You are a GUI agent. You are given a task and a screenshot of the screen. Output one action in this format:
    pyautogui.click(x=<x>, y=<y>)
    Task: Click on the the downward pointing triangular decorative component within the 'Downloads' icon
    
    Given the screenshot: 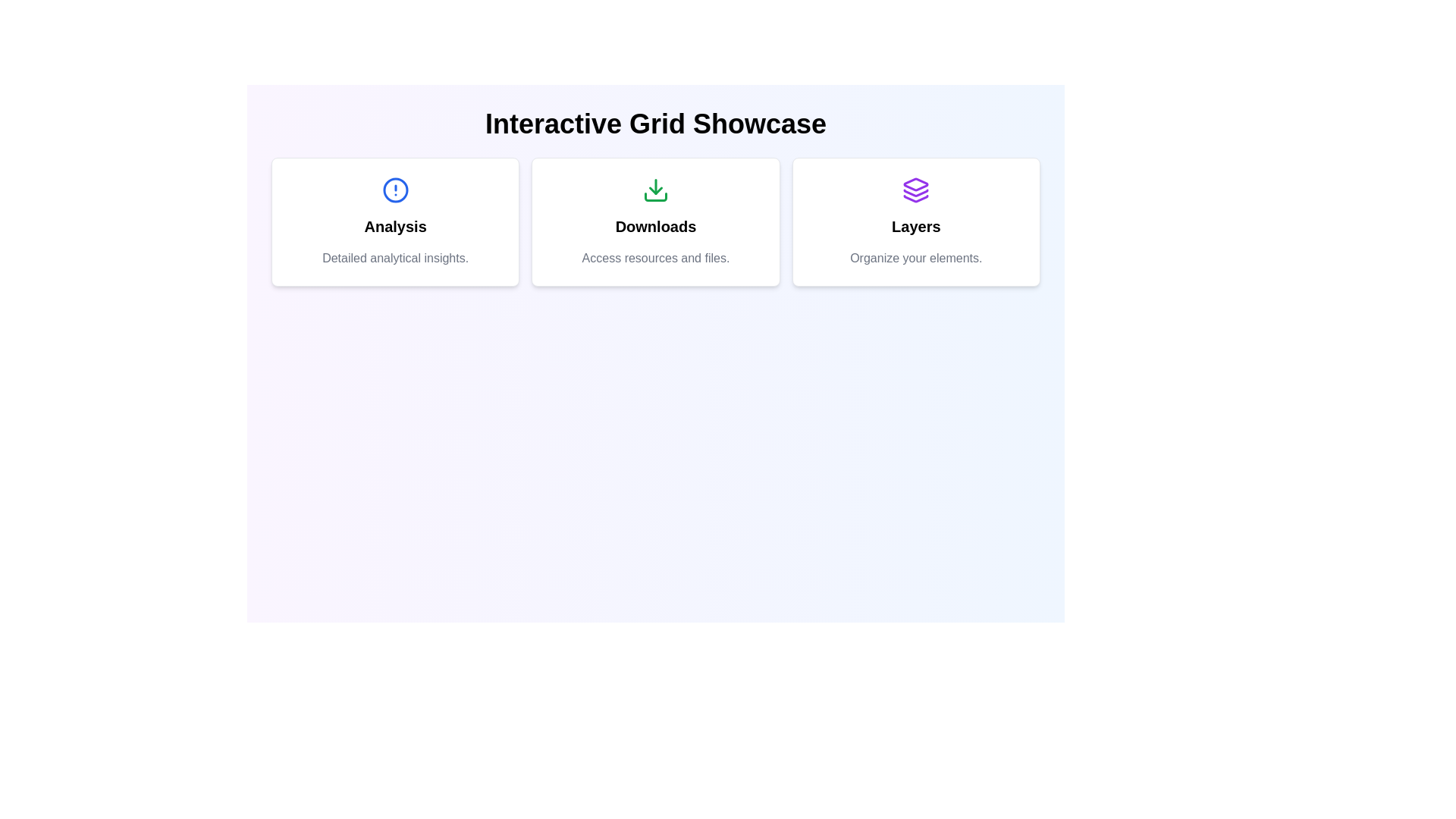 What is the action you would take?
    pyautogui.click(x=655, y=190)
    